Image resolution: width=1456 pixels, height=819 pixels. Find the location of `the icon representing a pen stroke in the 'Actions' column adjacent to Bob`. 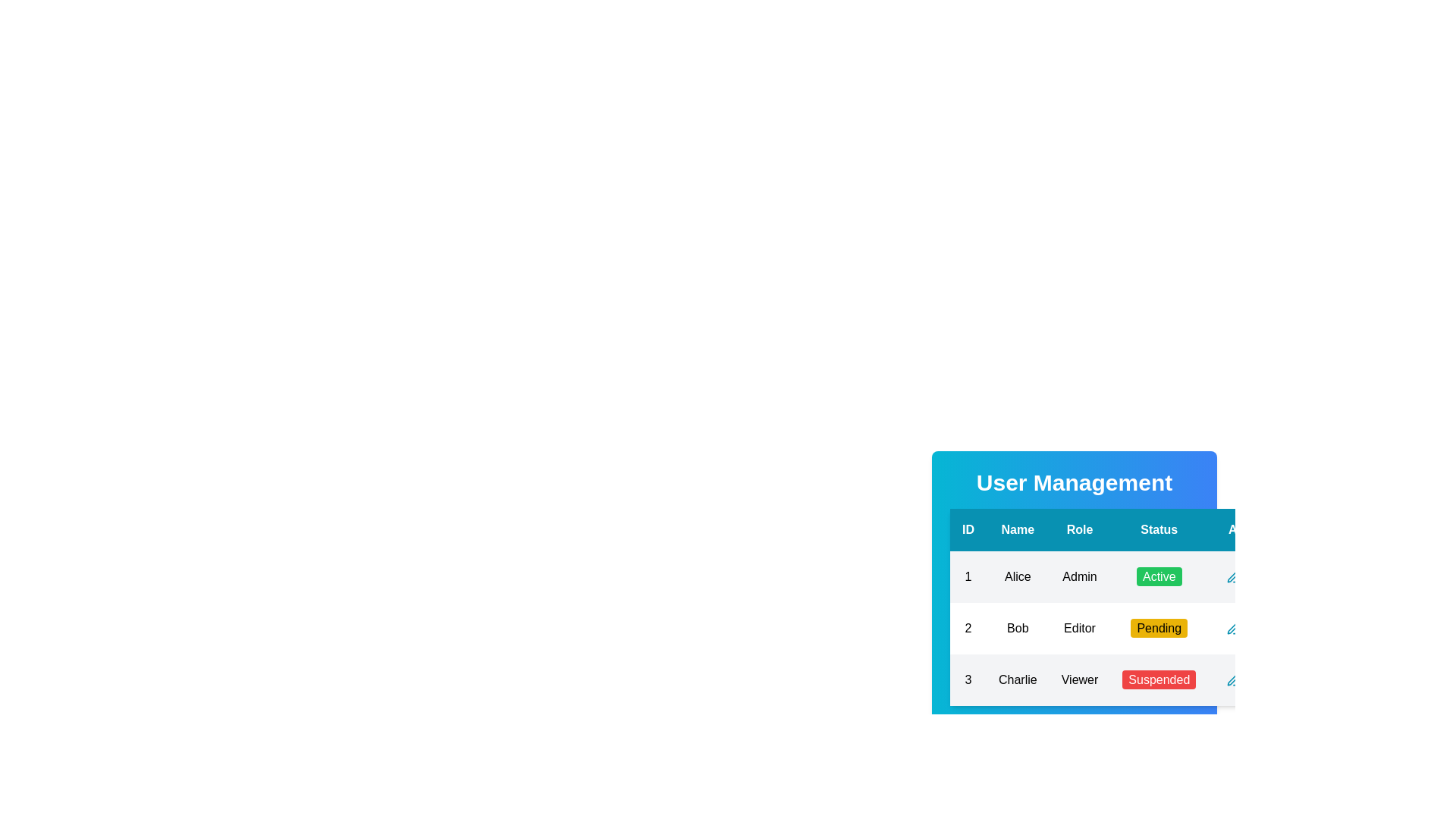

the icon representing a pen stroke in the 'Actions' column adjacent to Bob is located at coordinates (1233, 679).